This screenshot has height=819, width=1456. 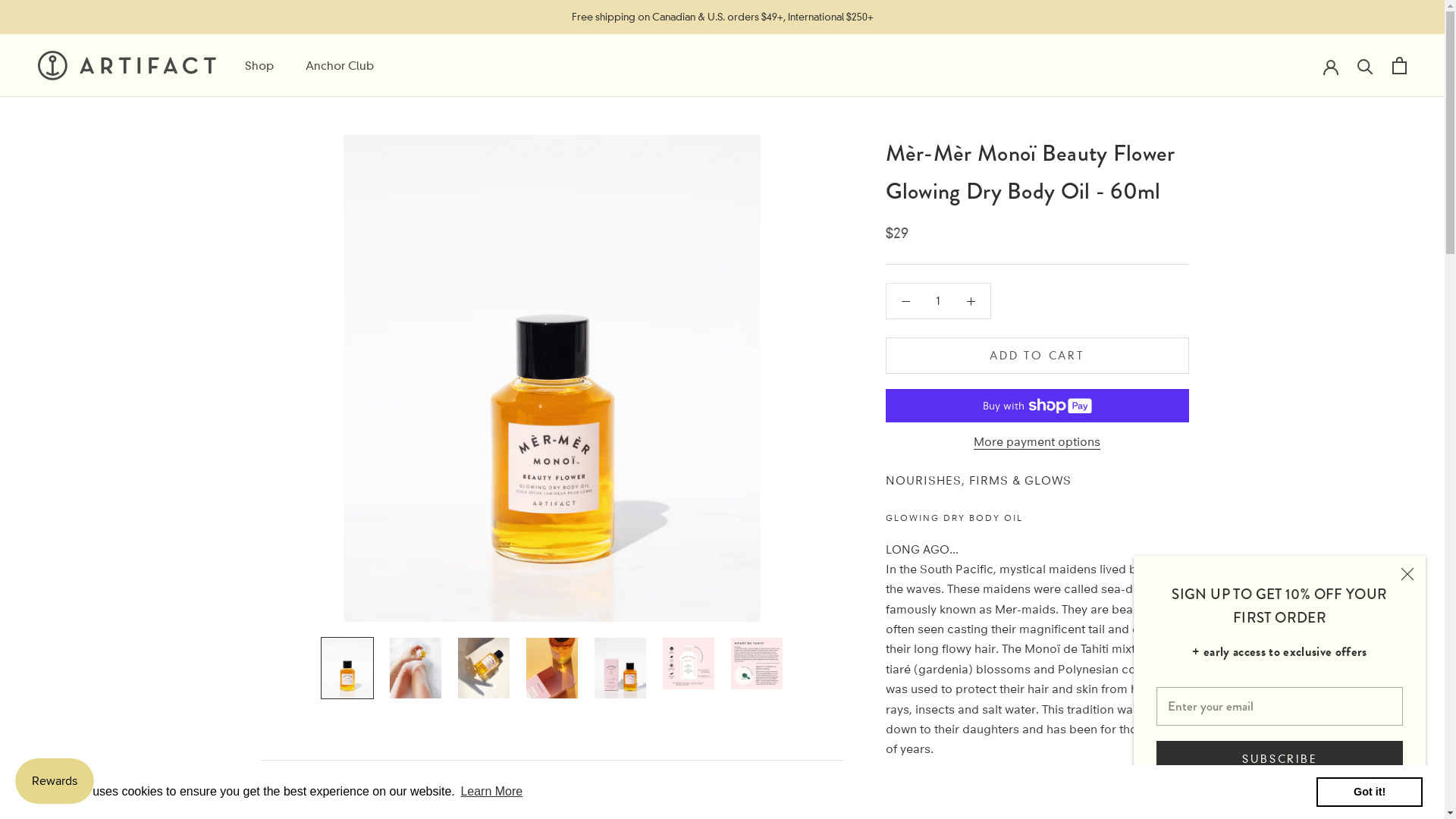 What do you see at coordinates (1037, 356) in the screenshot?
I see `'ADD TO CART'` at bounding box center [1037, 356].